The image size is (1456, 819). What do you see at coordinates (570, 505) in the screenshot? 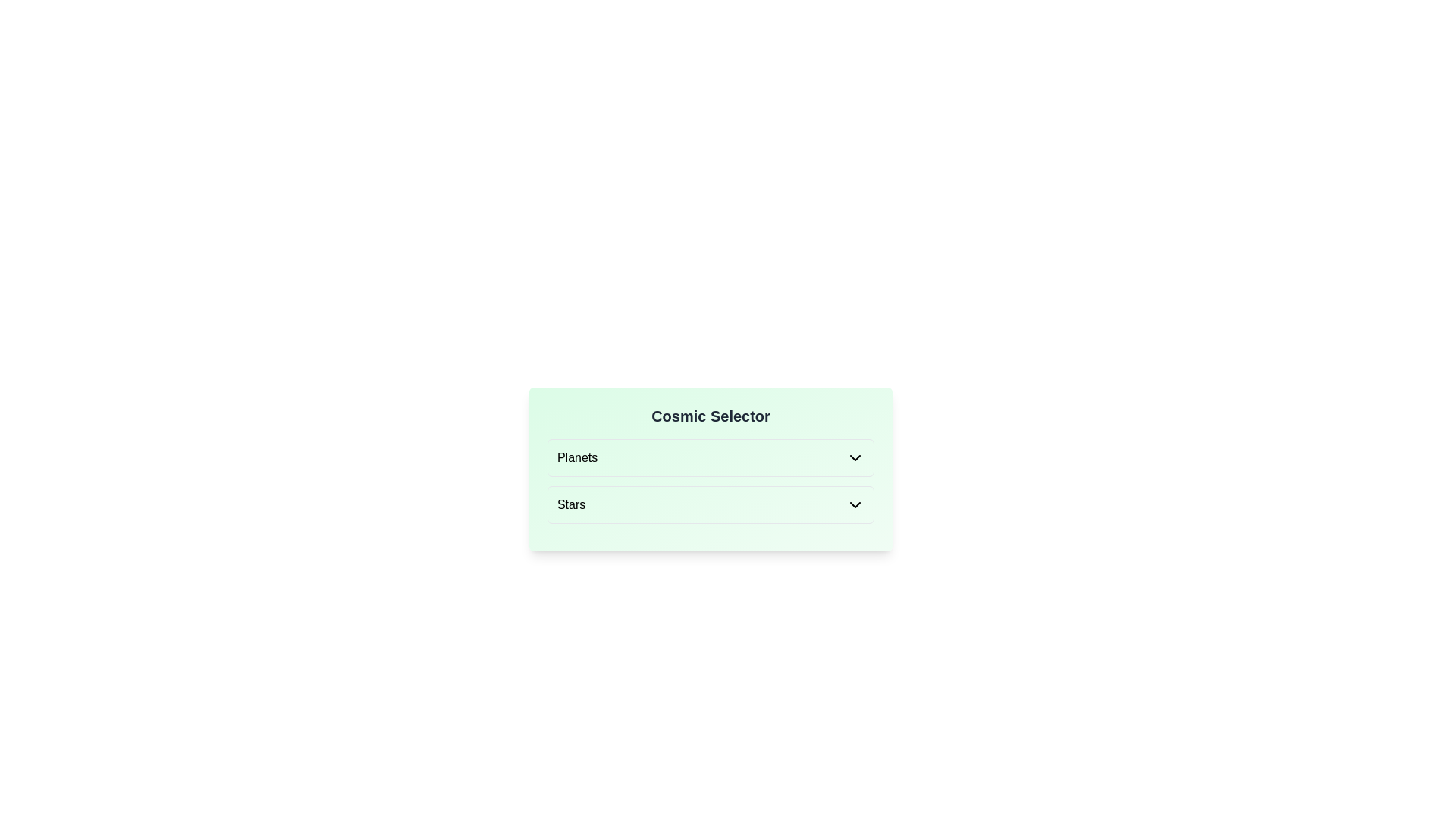
I see `the 'Stars' text label in the 'Cosmic Selector' dropdown menu` at bounding box center [570, 505].